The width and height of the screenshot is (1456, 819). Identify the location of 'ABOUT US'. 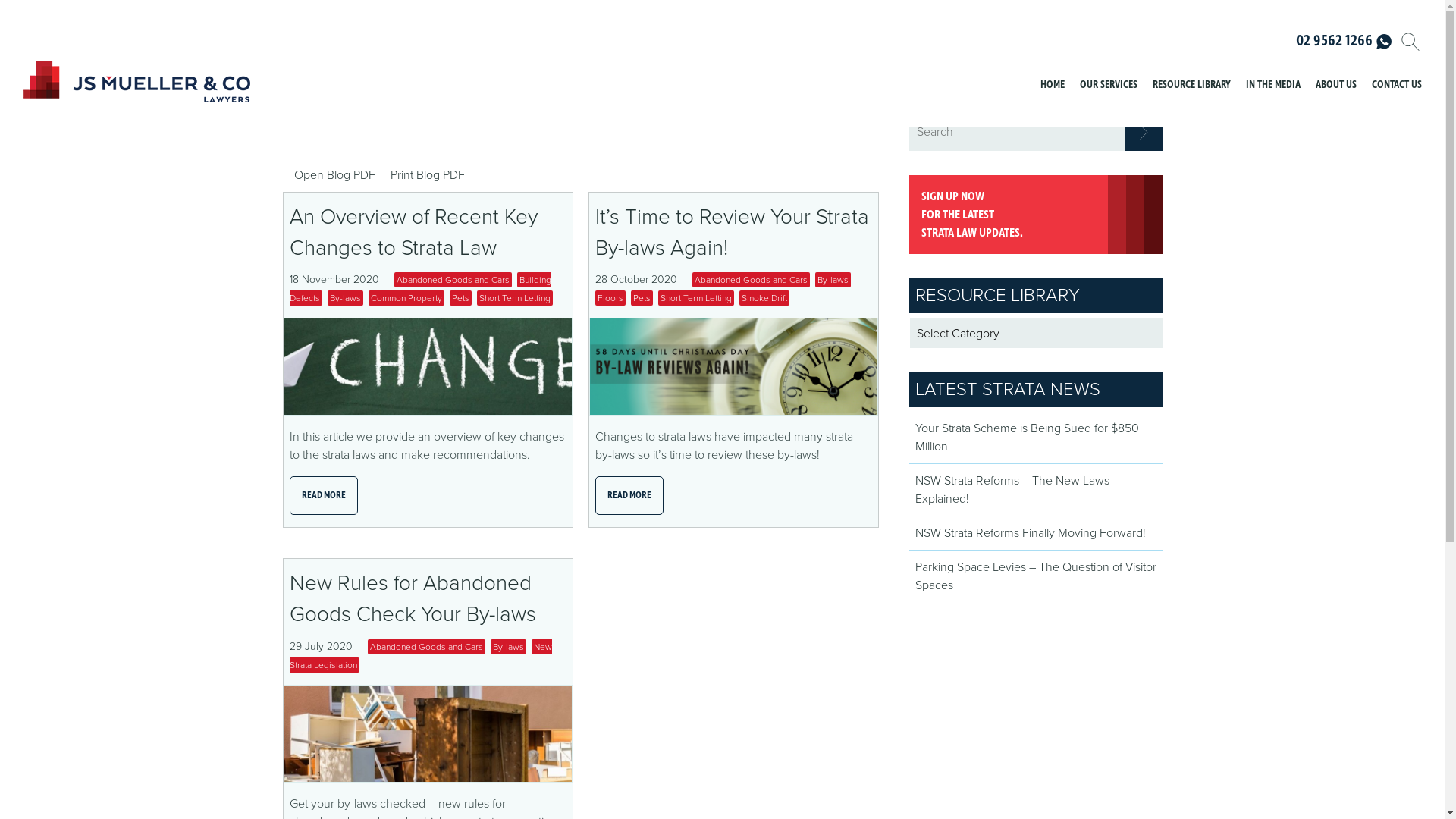
(1335, 86).